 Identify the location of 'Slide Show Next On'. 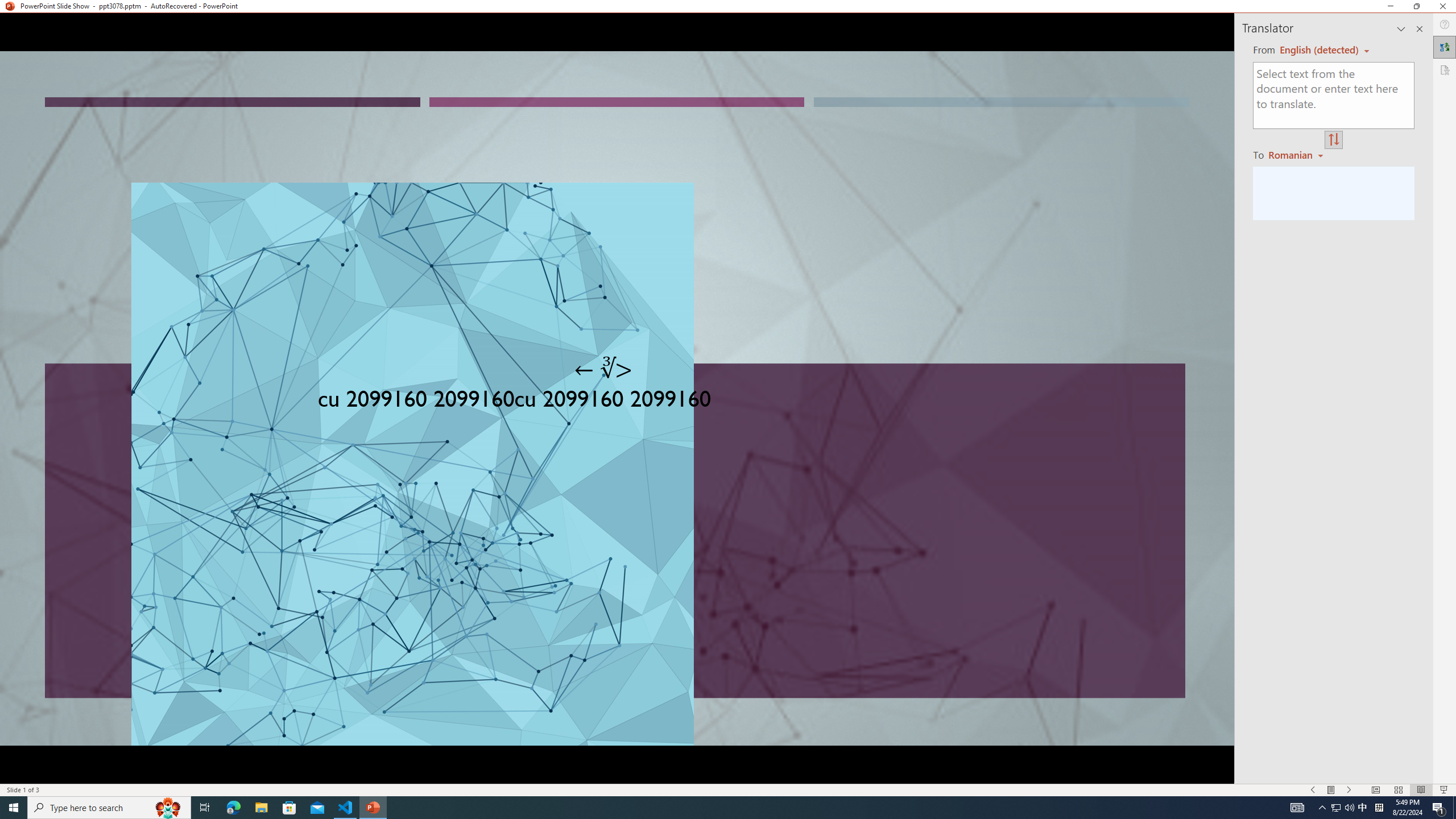
(1349, 790).